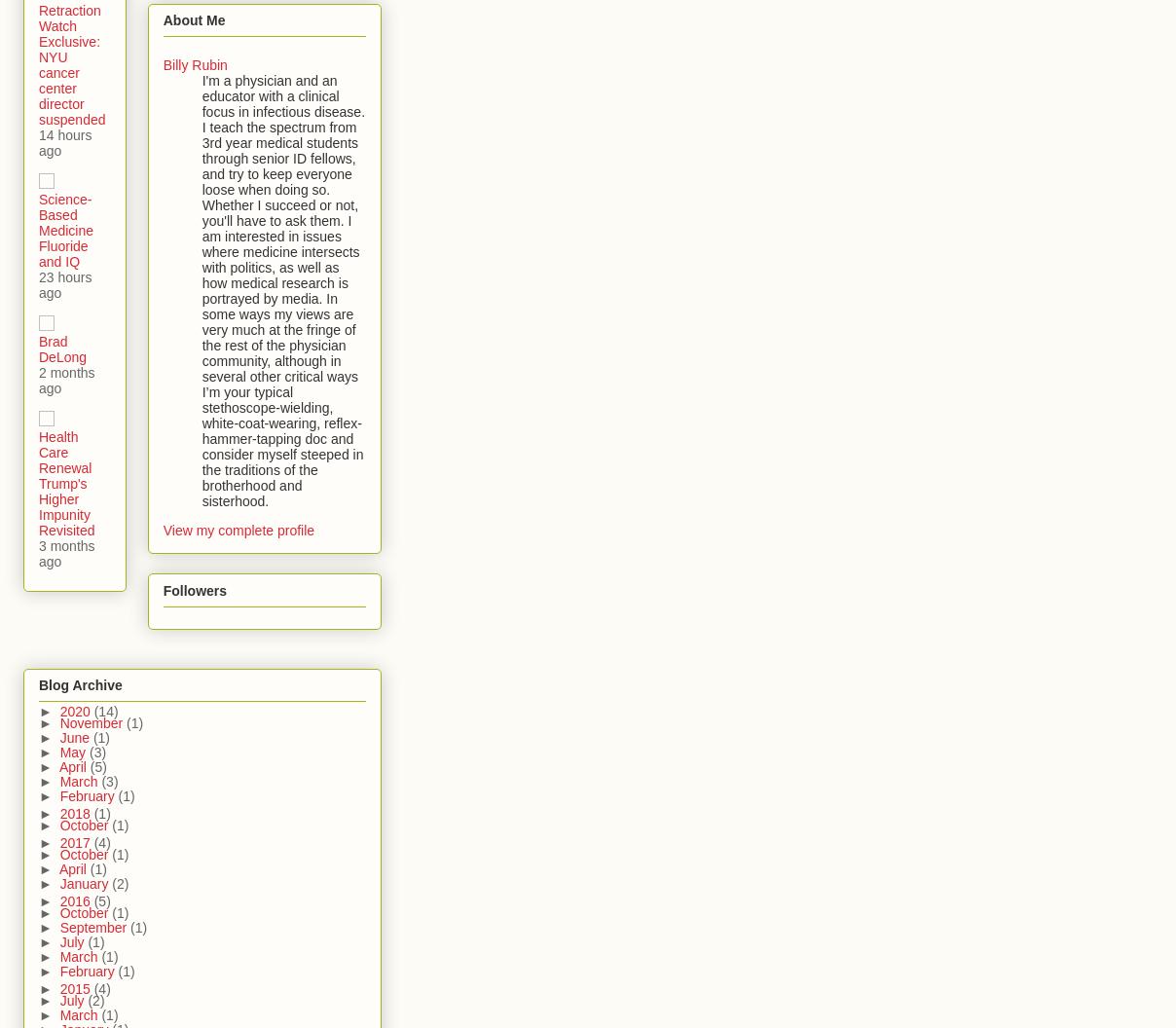  I want to click on '(14)', so click(104, 710).